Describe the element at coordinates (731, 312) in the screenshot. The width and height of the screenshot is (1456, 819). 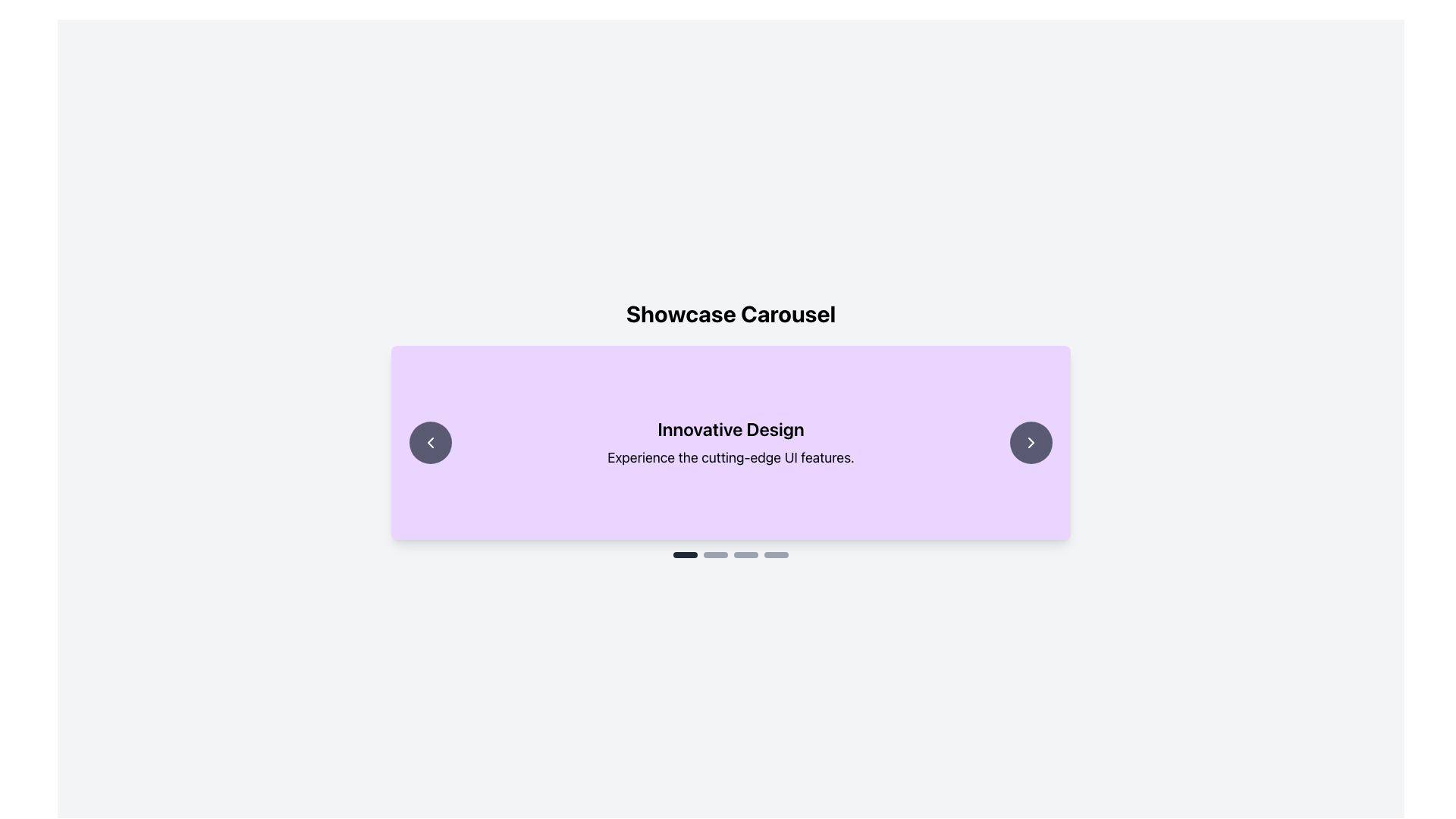
I see `the horizontally centered text element that reads 'Showcase Carousel', which is styled with a large bold font and positioned at the top of the viewport` at that location.